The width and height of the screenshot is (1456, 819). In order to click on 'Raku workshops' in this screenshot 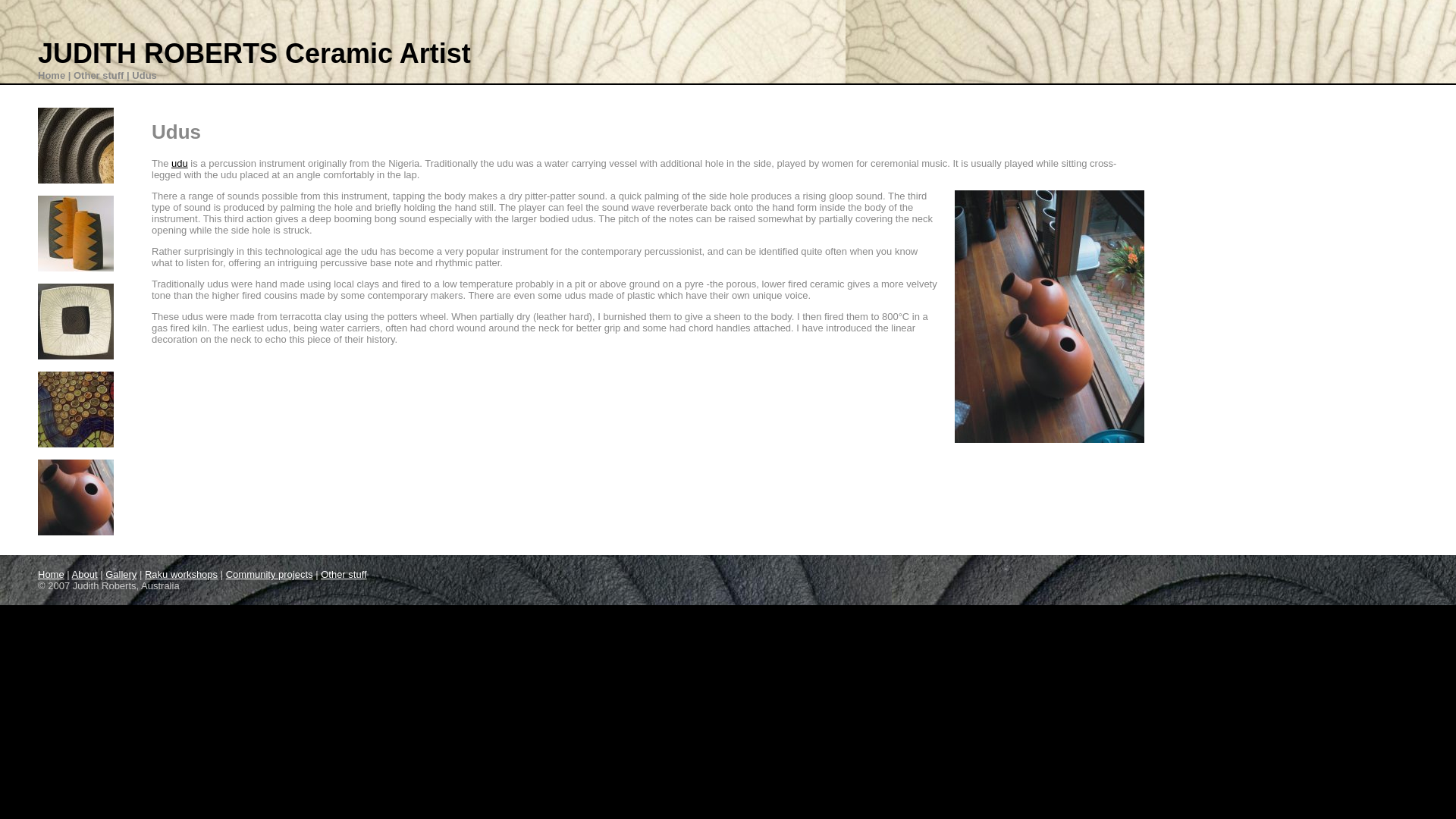, I will do `click(181, 574)`.